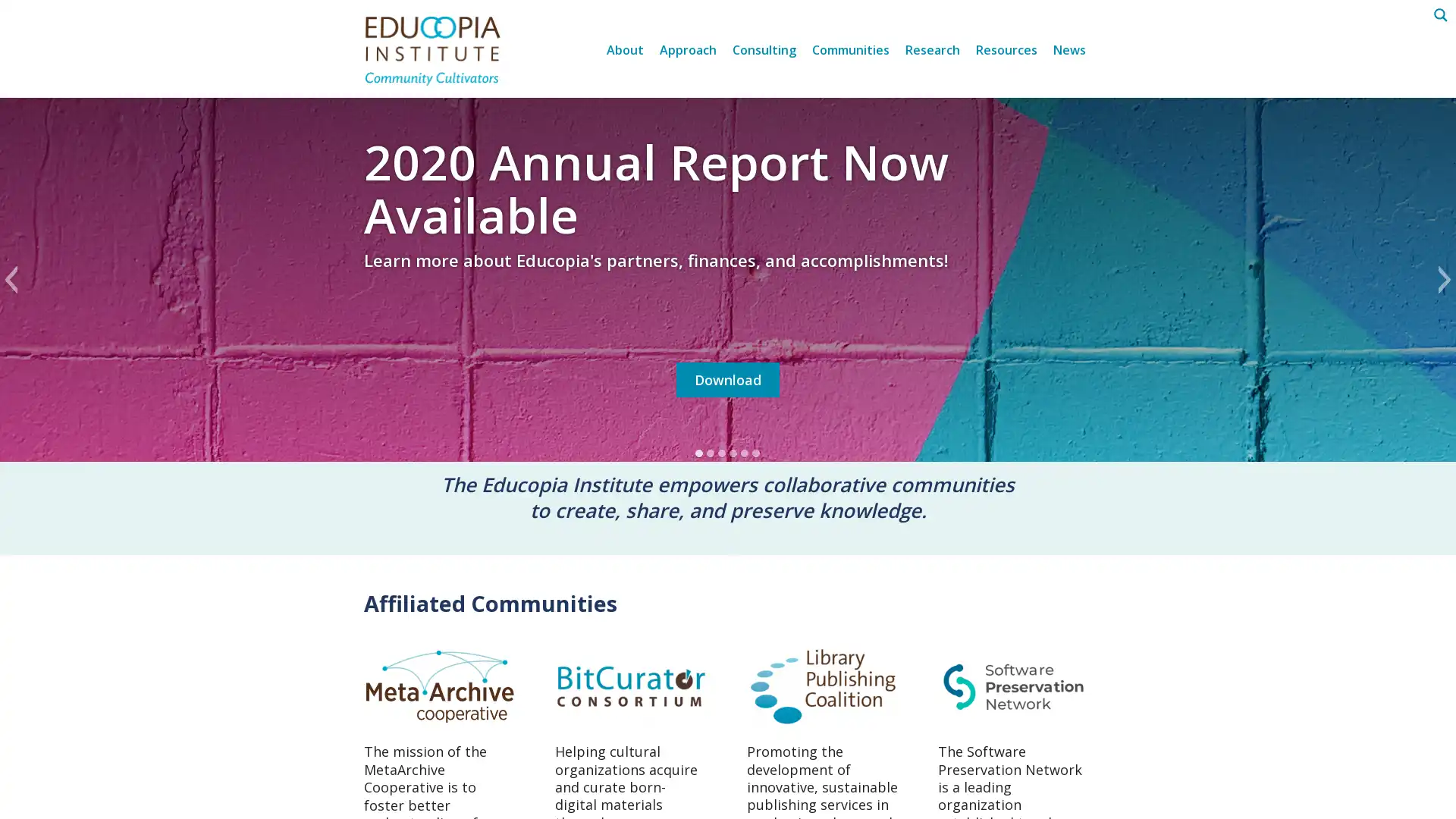  Describe the element at coordinates (1444, 280) in the screenshot. I see `Next` at that location.